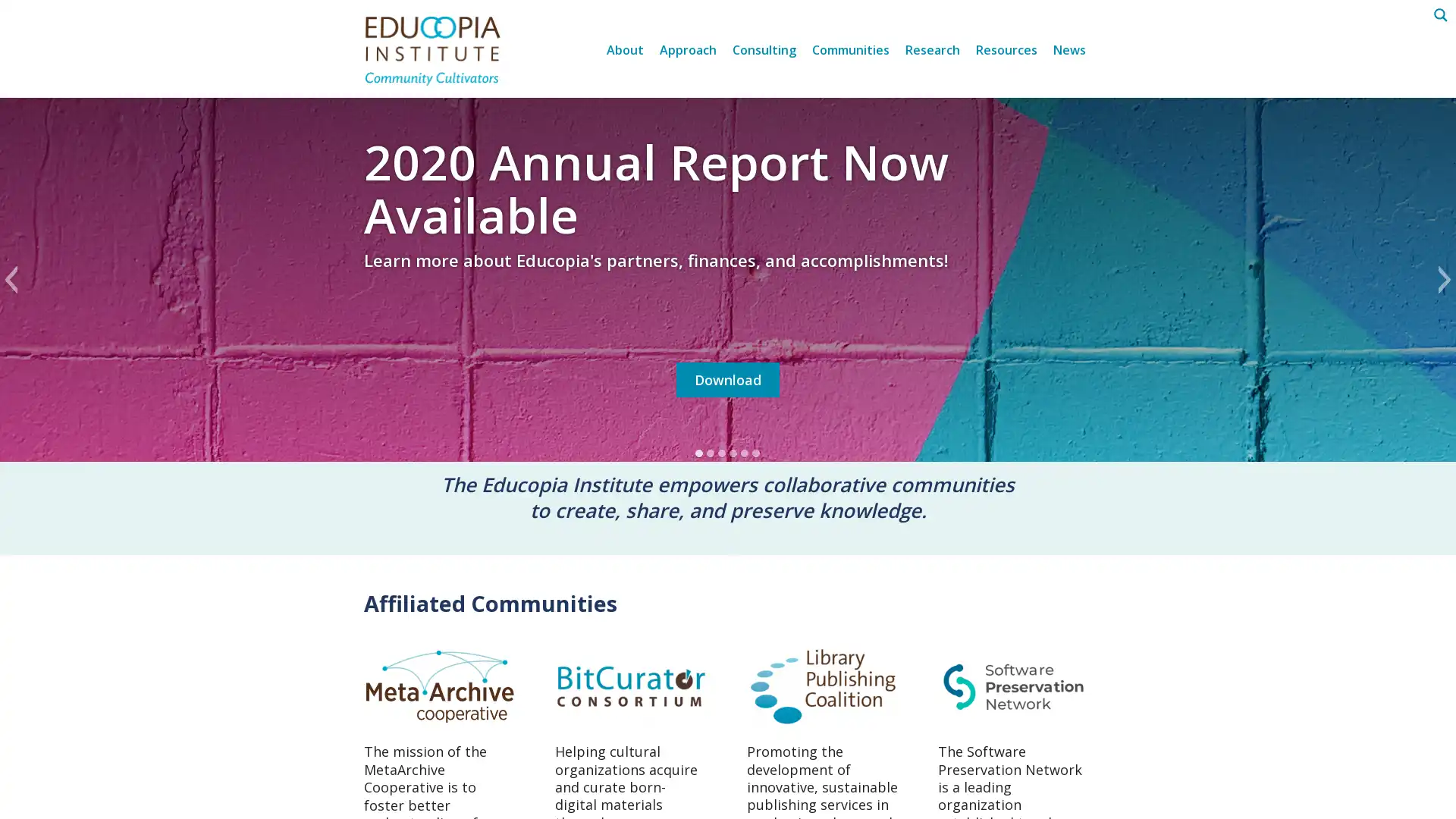  Describe the element at coordinates (1444, 280) in the screenshot. I see `Next` at that location.